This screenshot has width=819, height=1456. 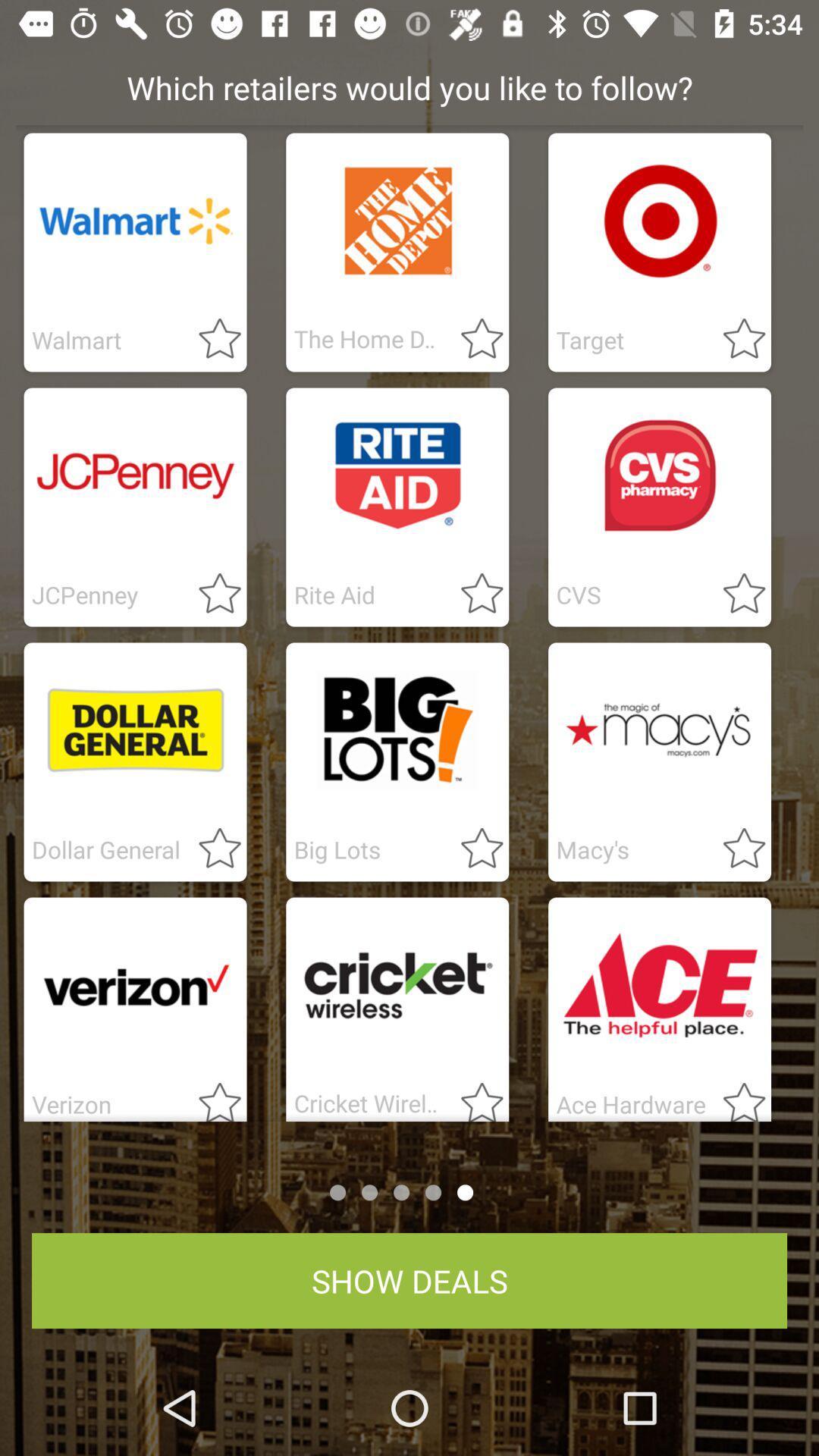 What do you see at coordinates (472, 849) in the screenshot?
I see `to favorite` at bounding box center [472, 849].